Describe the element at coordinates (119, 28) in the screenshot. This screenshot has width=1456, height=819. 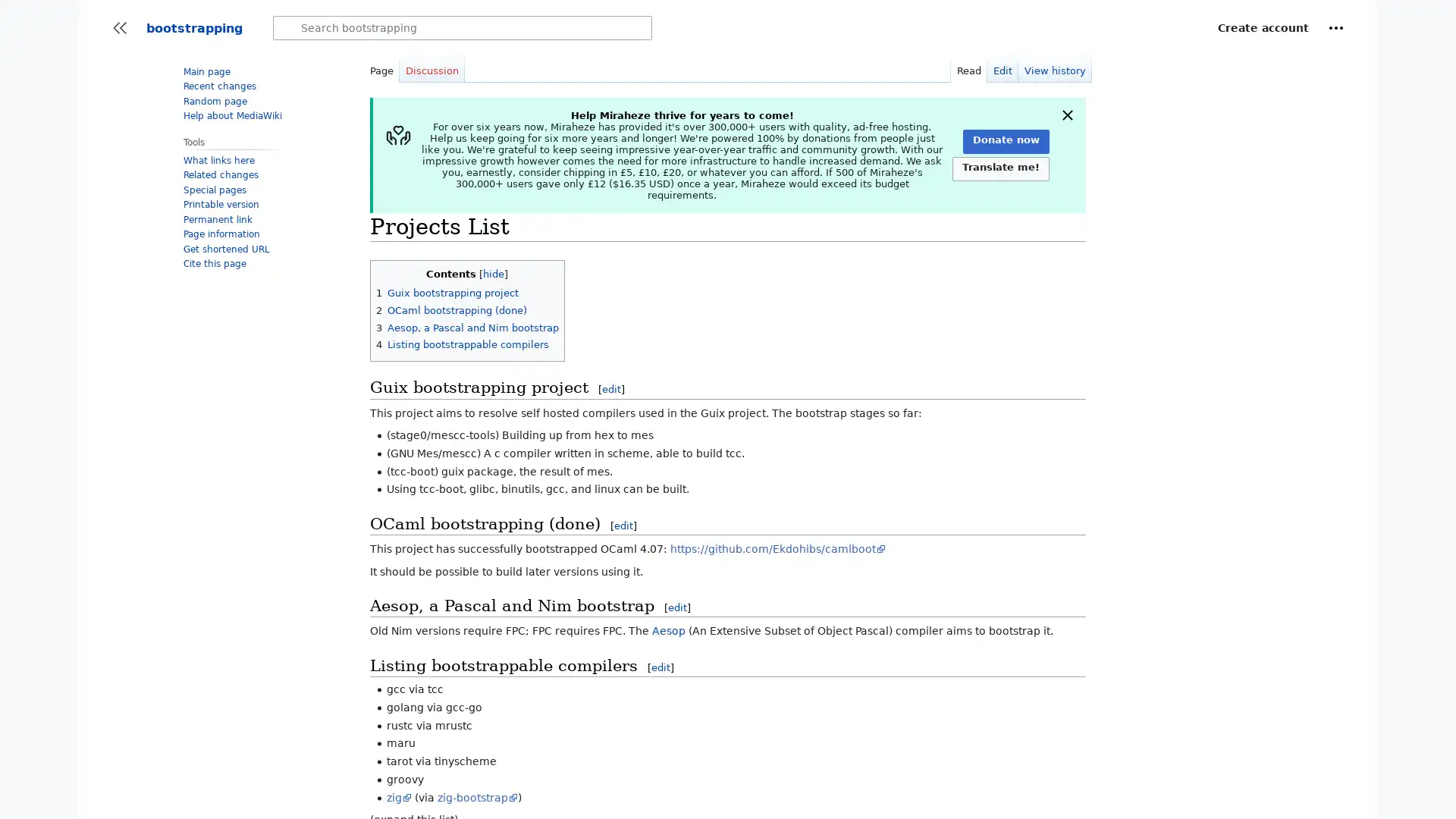
I see `Toggle sidebar` at that location.